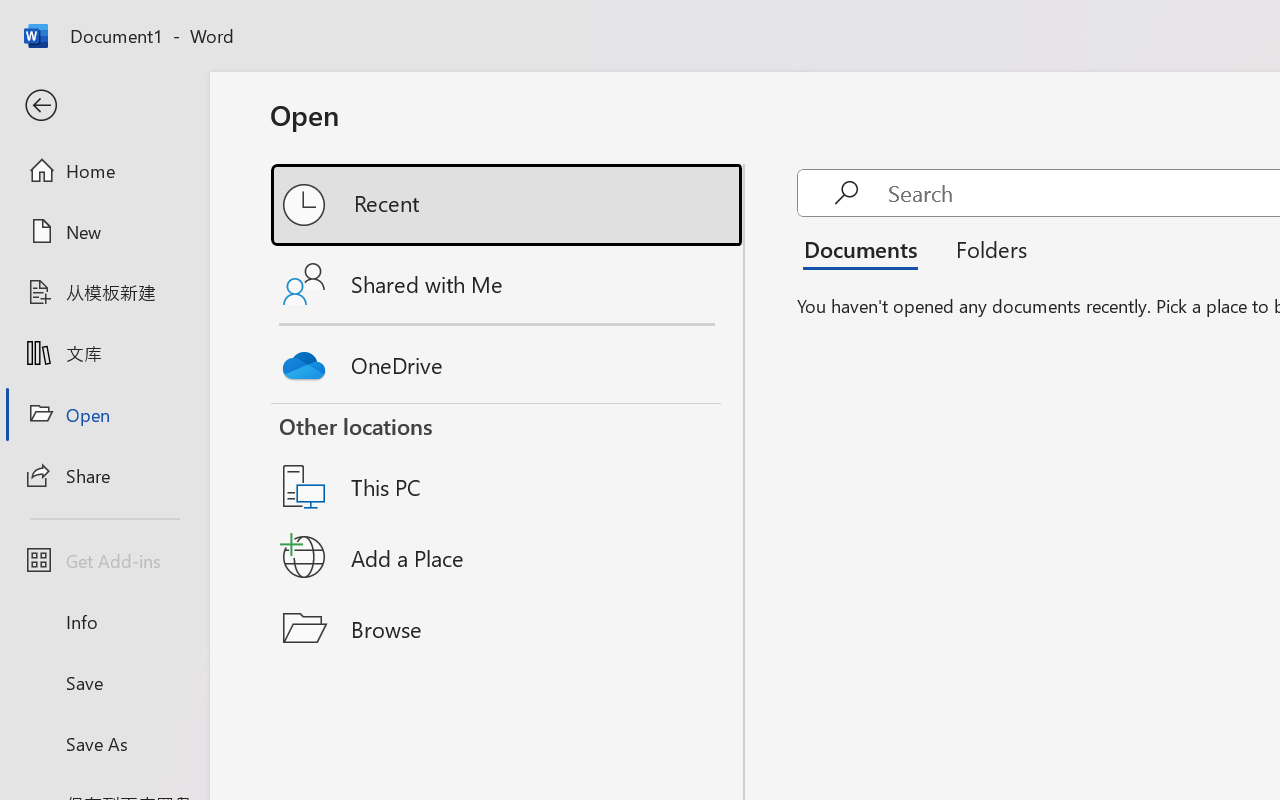  Describe the element at coordinates (103, 743) in the screenshot. I see `'Save As'` at that location.